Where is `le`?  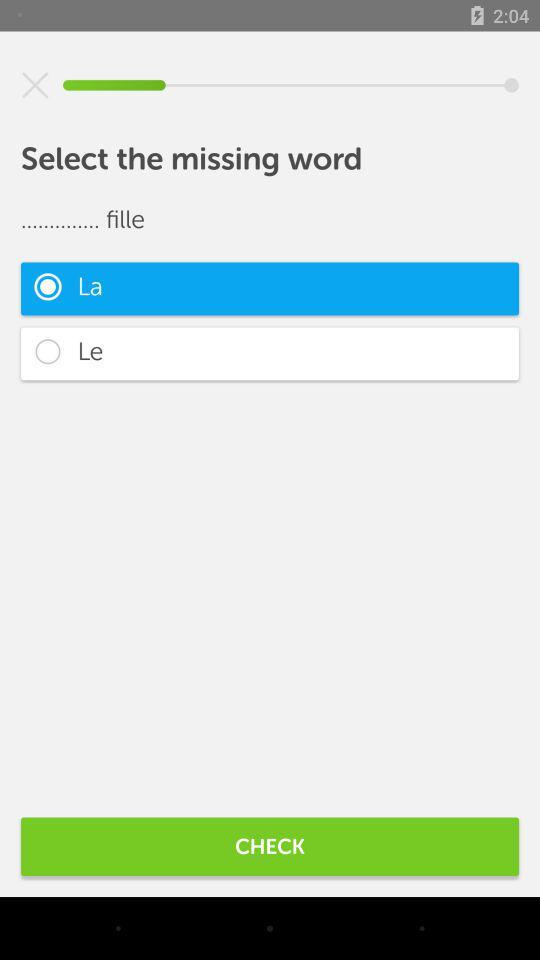
le is located at coordinates (270, 353).